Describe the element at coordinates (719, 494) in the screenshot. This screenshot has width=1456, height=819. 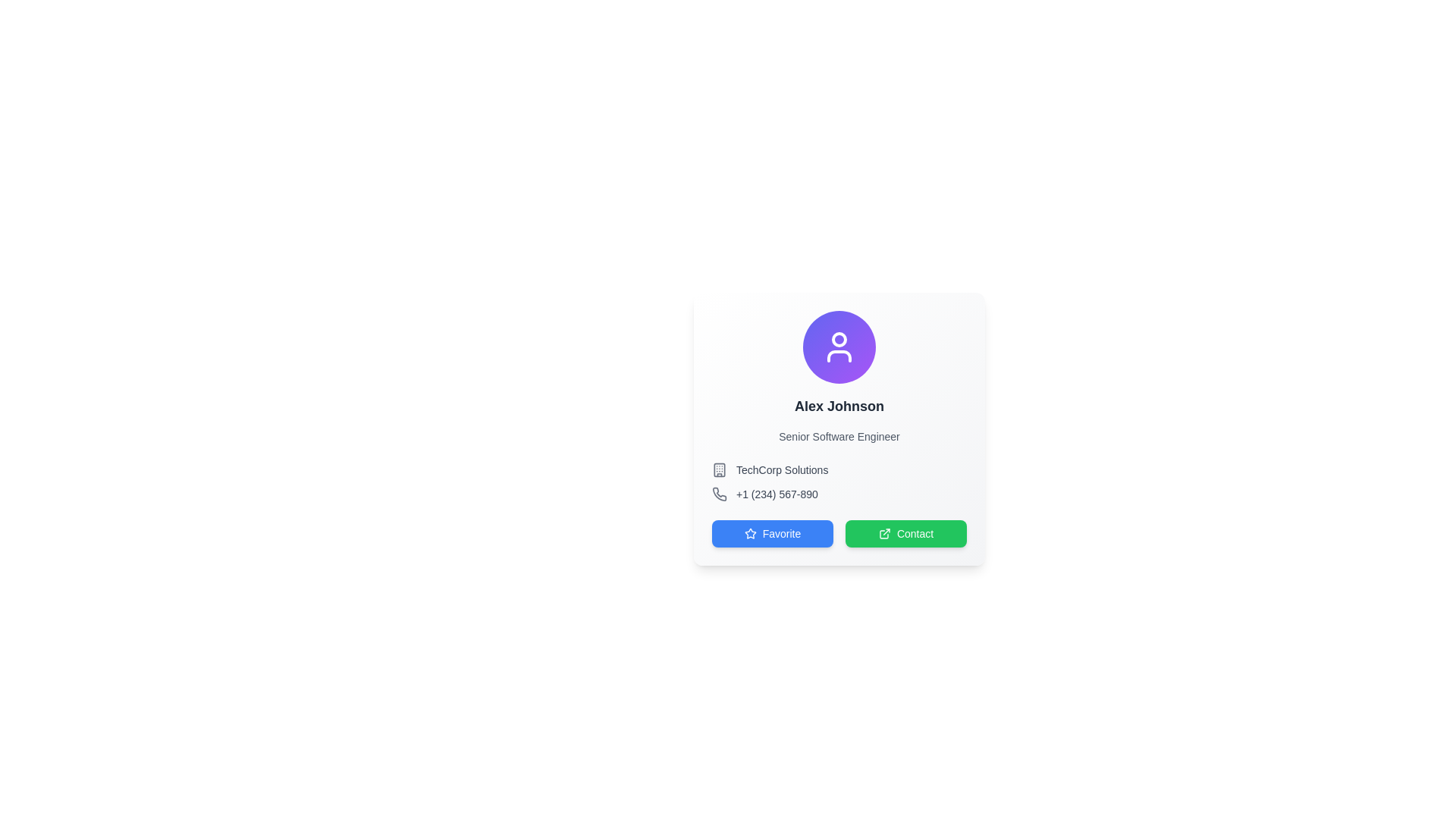
I see `the phone number icon located to the left of the phone number text '+1 (234) 567-890' in the contact card layout` at that location.